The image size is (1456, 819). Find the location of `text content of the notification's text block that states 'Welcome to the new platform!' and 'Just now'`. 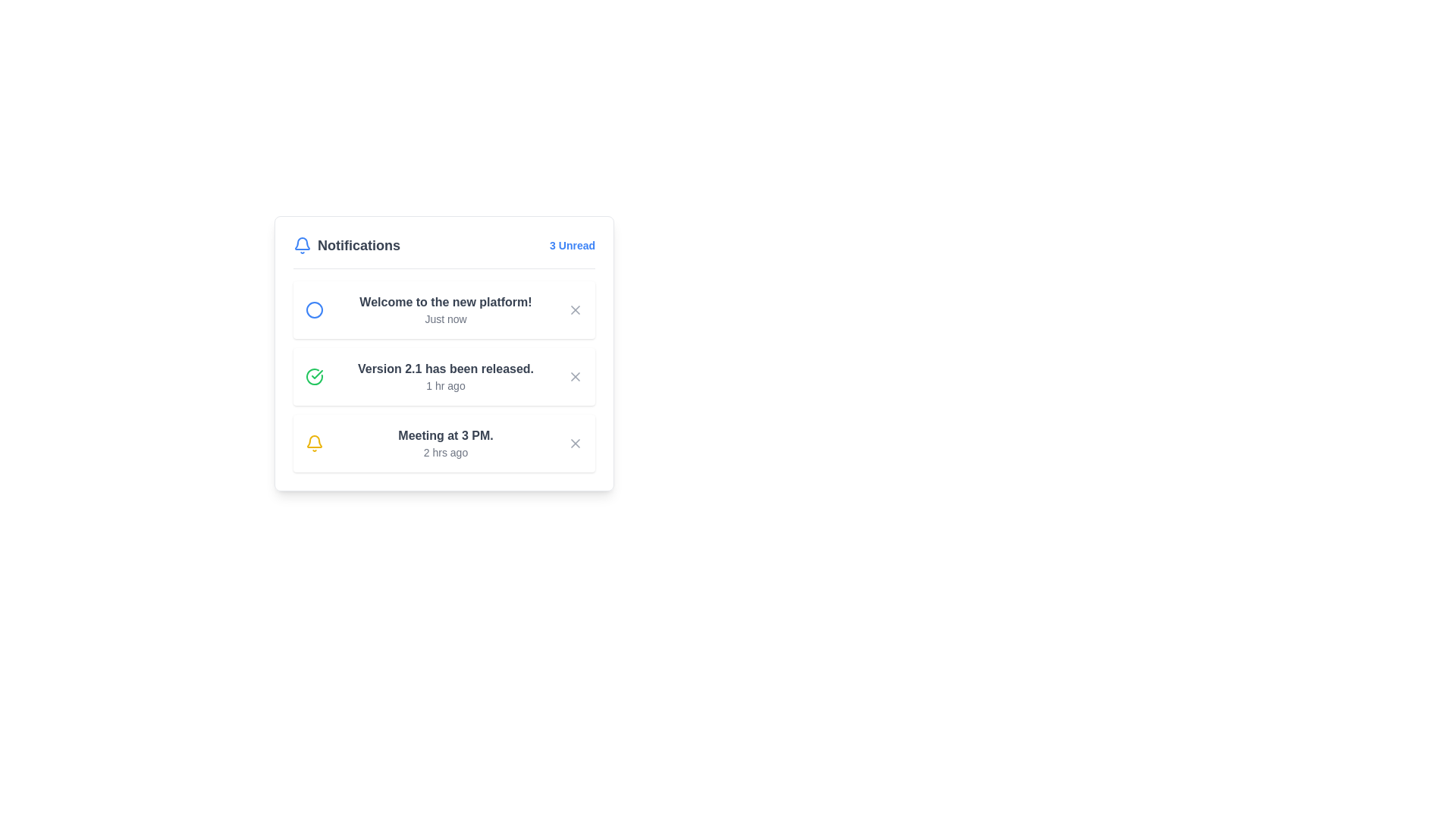

text content of the notification's text block that states 'Welcome to the new platform!' and 'Just now' is located at coordinates (445, 309).